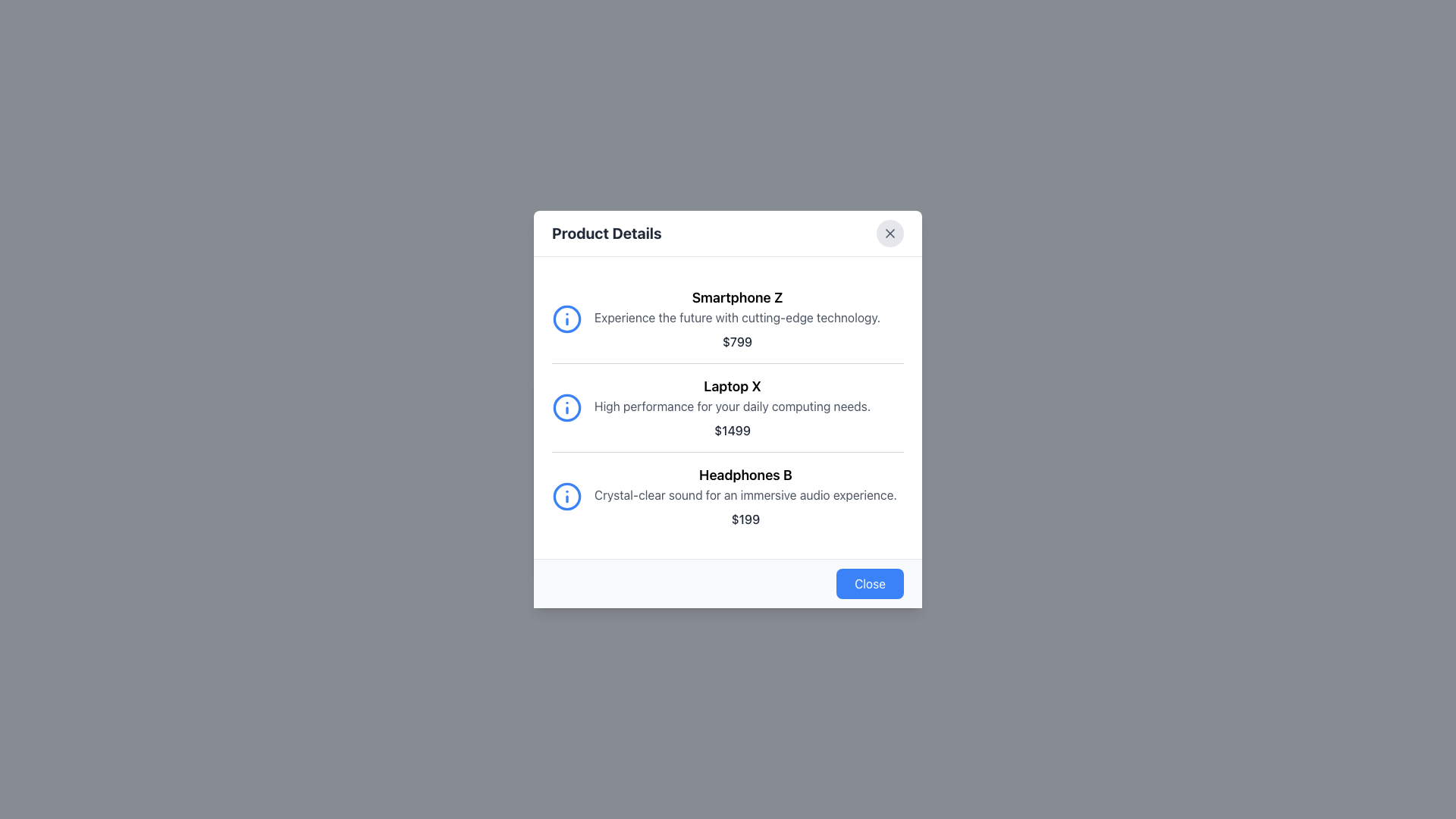 This screenshot has width=1456, height=819. Describe the element at coordinates (728, 406) in the screenshot. I see `the Product Information Display containing the title 'Laptop X', description 'High performance for your daily computing needs.', and price '$1499'` at that location.